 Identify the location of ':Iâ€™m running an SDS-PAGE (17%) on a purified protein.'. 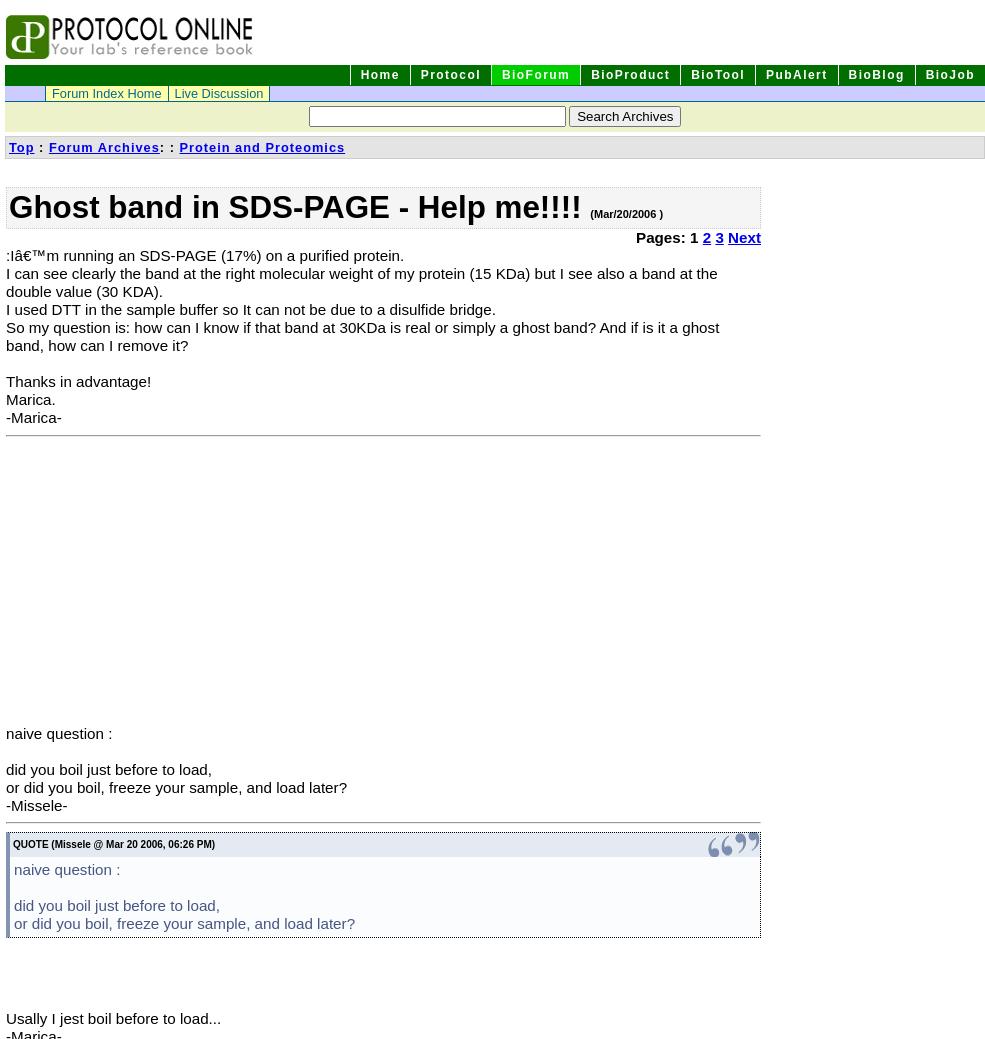
(203, 255).